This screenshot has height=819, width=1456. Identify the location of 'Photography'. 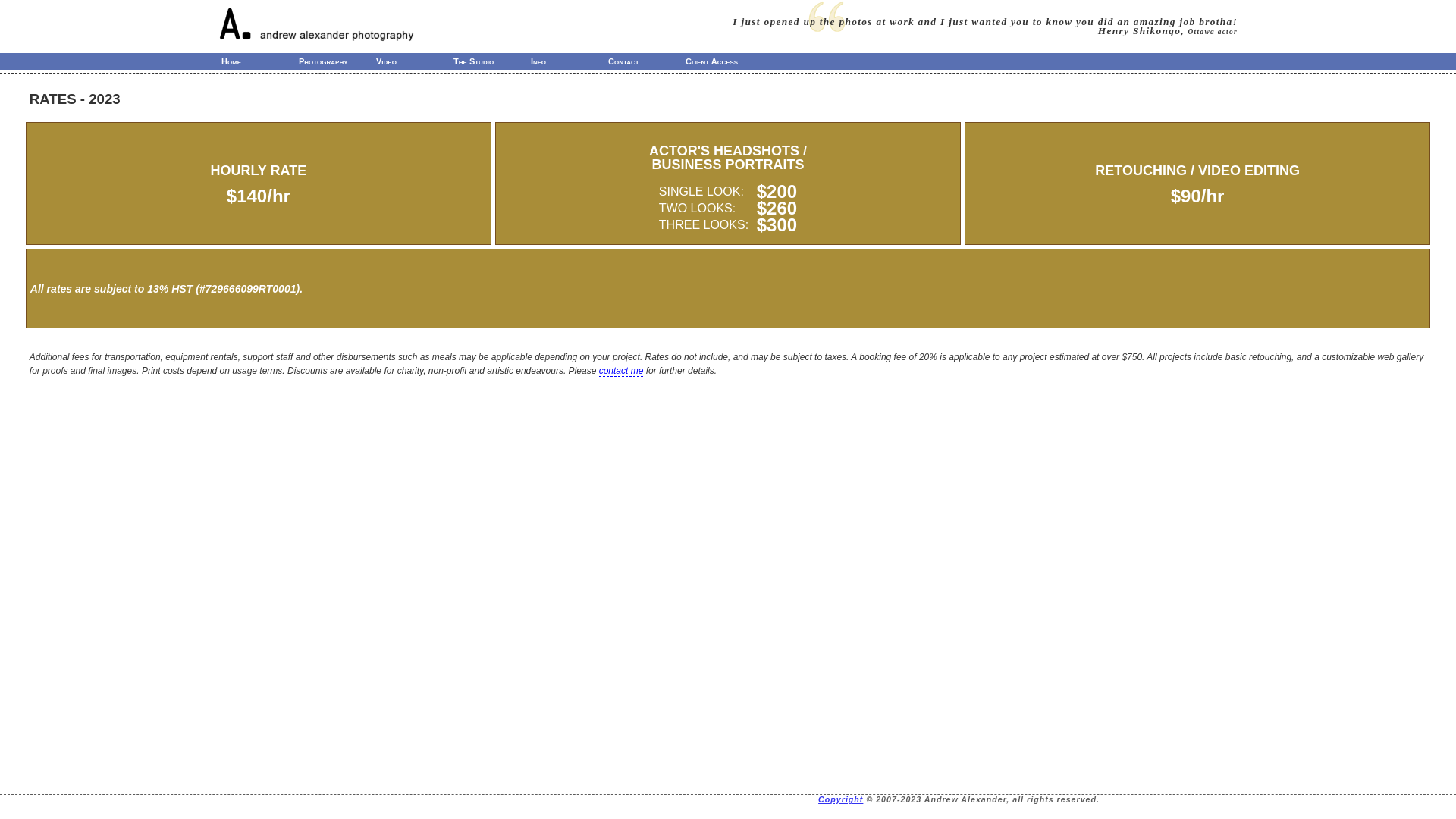
(337, 61).